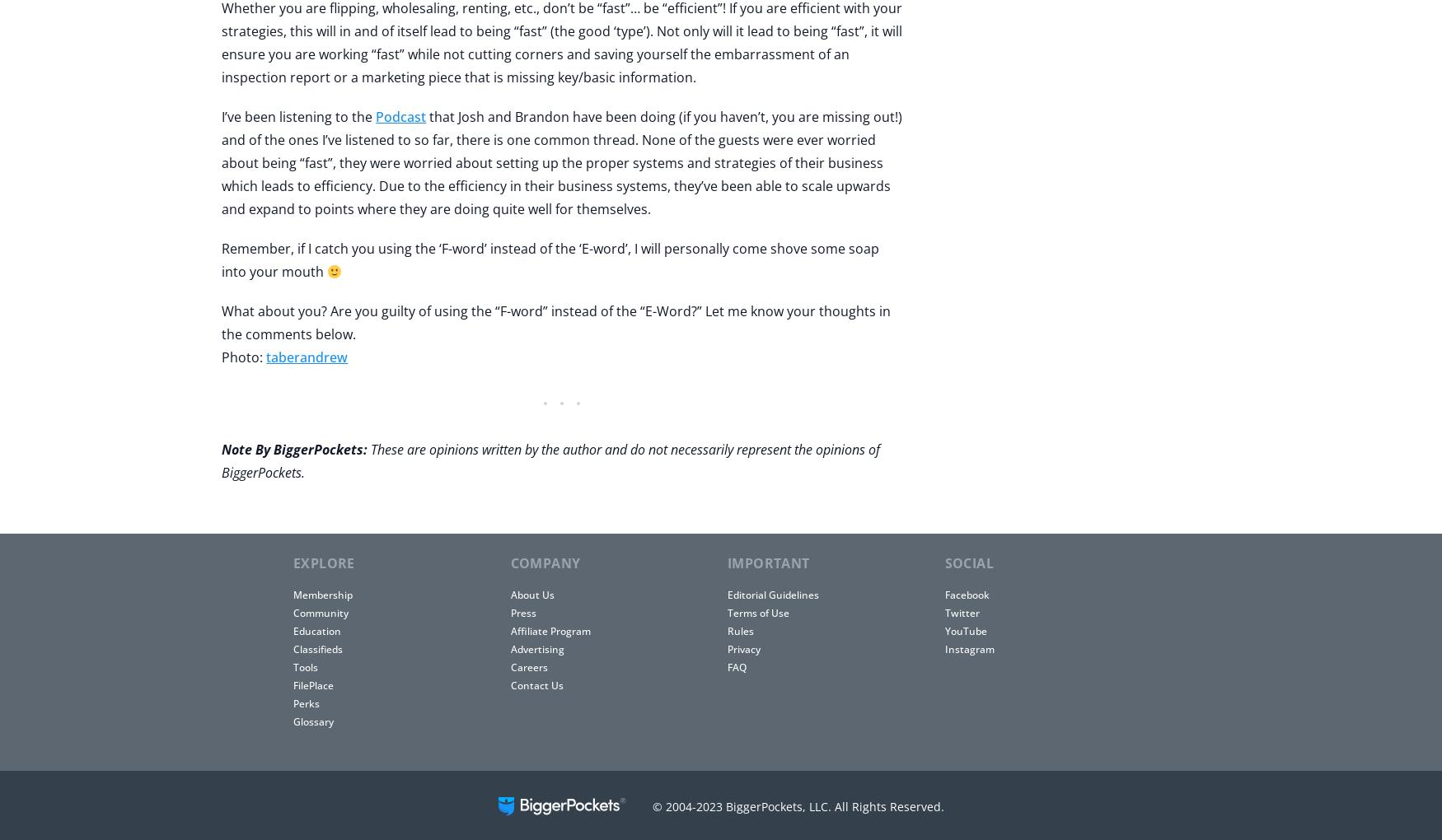  Describe the element at coordinates (312, 685) in the screenshot. I see `'FilePlace'` at that location.